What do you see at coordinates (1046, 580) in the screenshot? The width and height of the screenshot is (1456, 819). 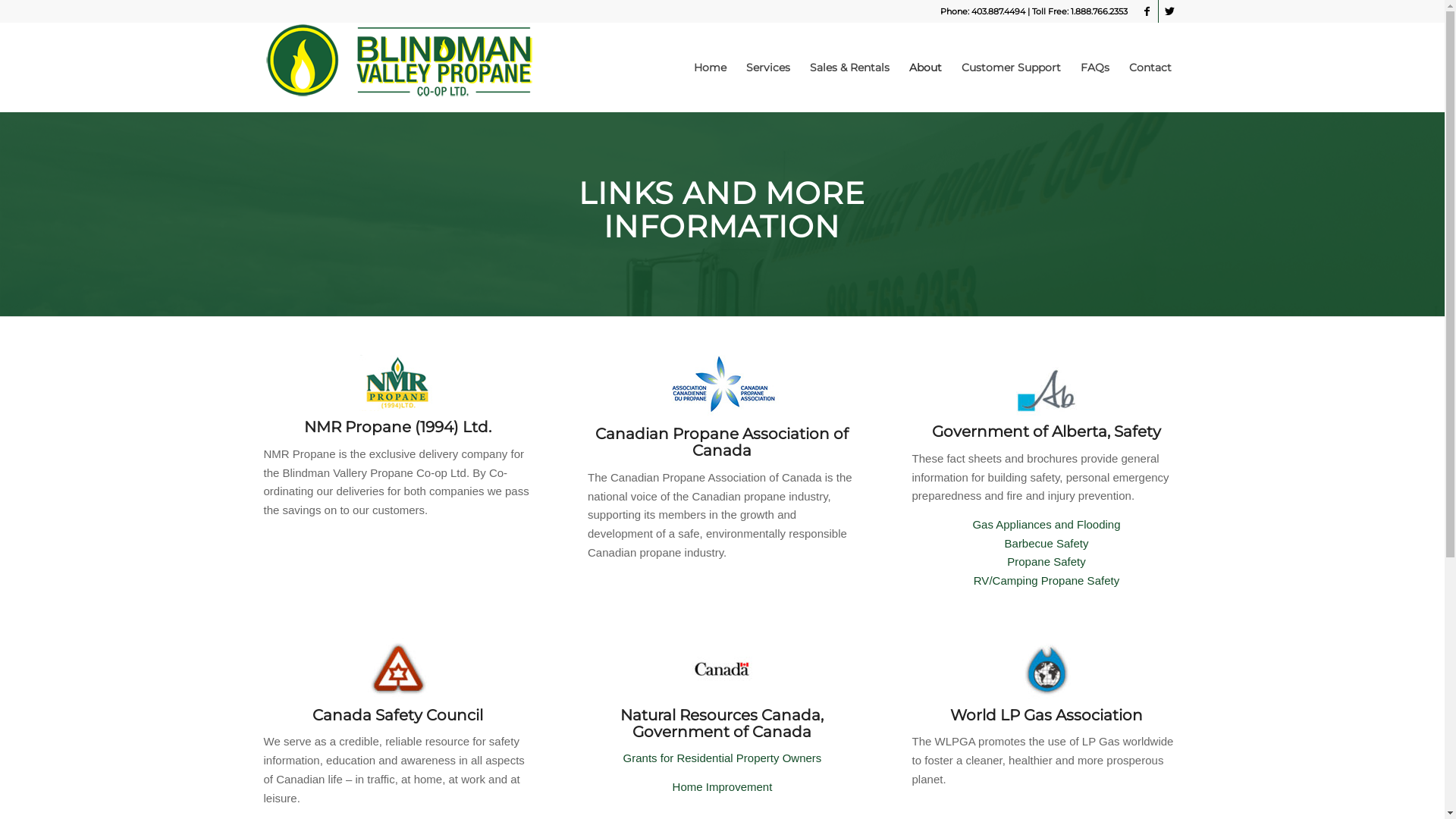 I see `'RV/Camping Propane Safety'` at bounding box center [1046, 580].